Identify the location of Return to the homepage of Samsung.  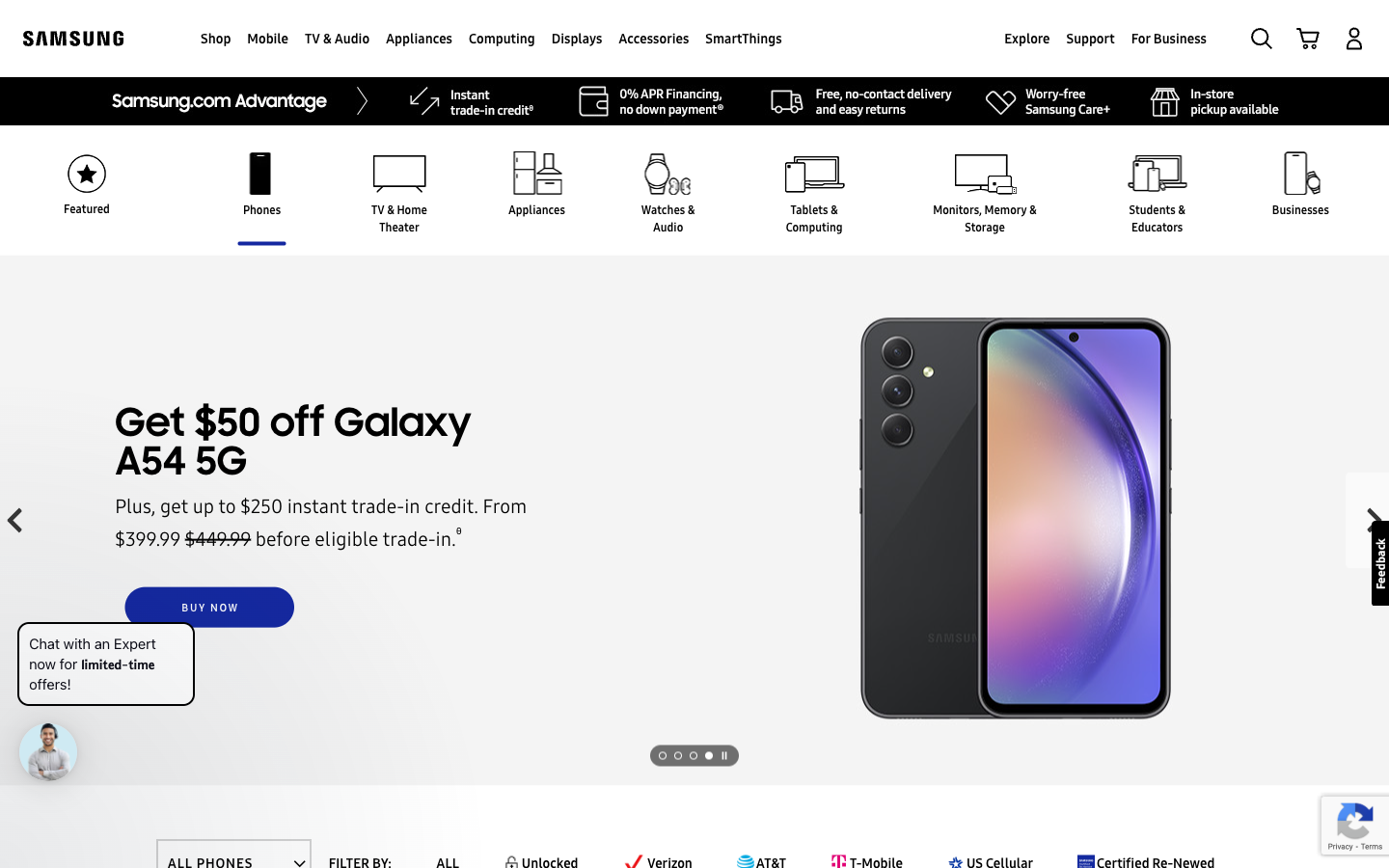
(73, 37).